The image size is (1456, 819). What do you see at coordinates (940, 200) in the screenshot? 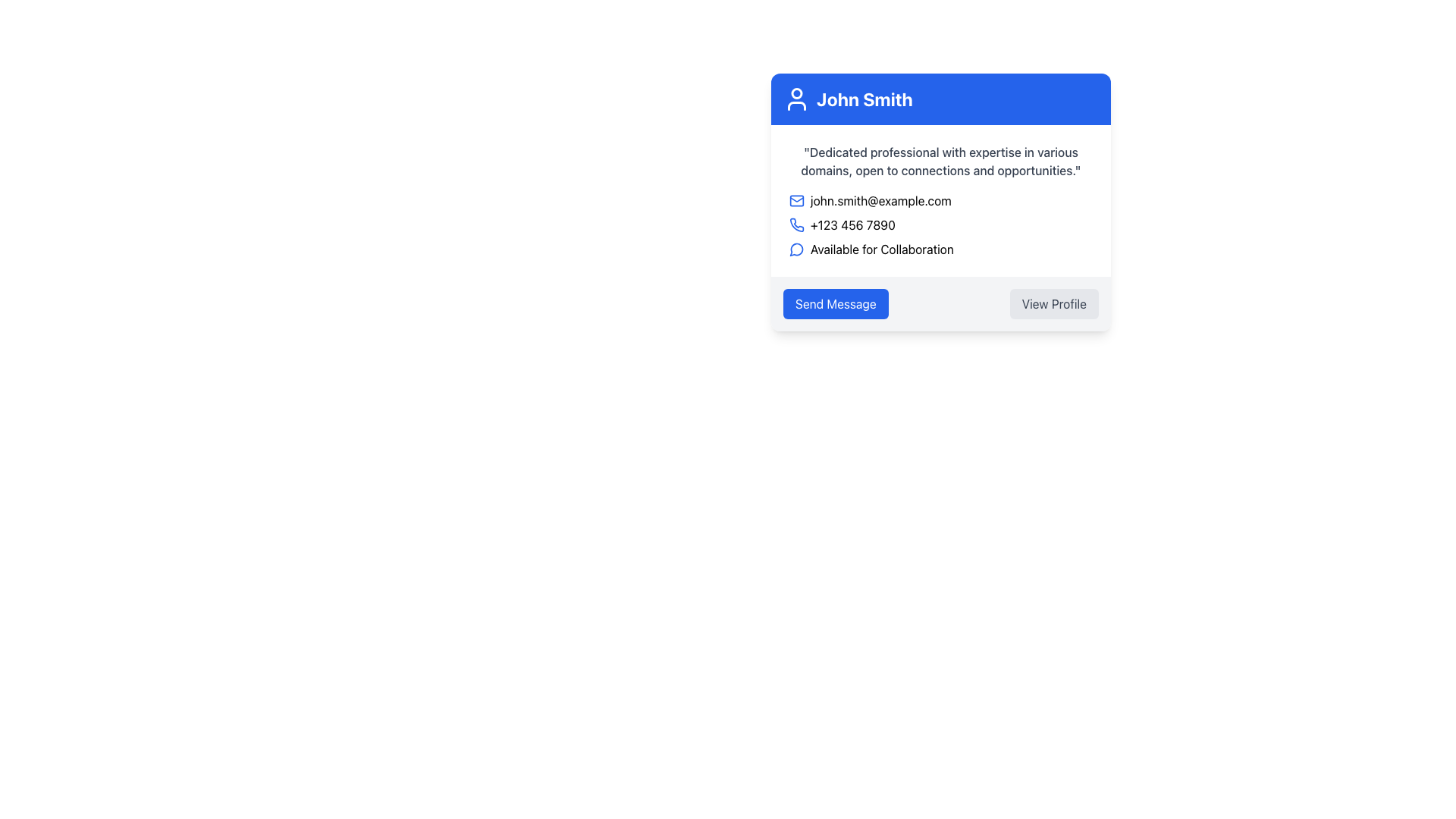
I see `the text field containing the email address 'john.smith@example.com' to copy the email address` at bounding box center [940, 200].